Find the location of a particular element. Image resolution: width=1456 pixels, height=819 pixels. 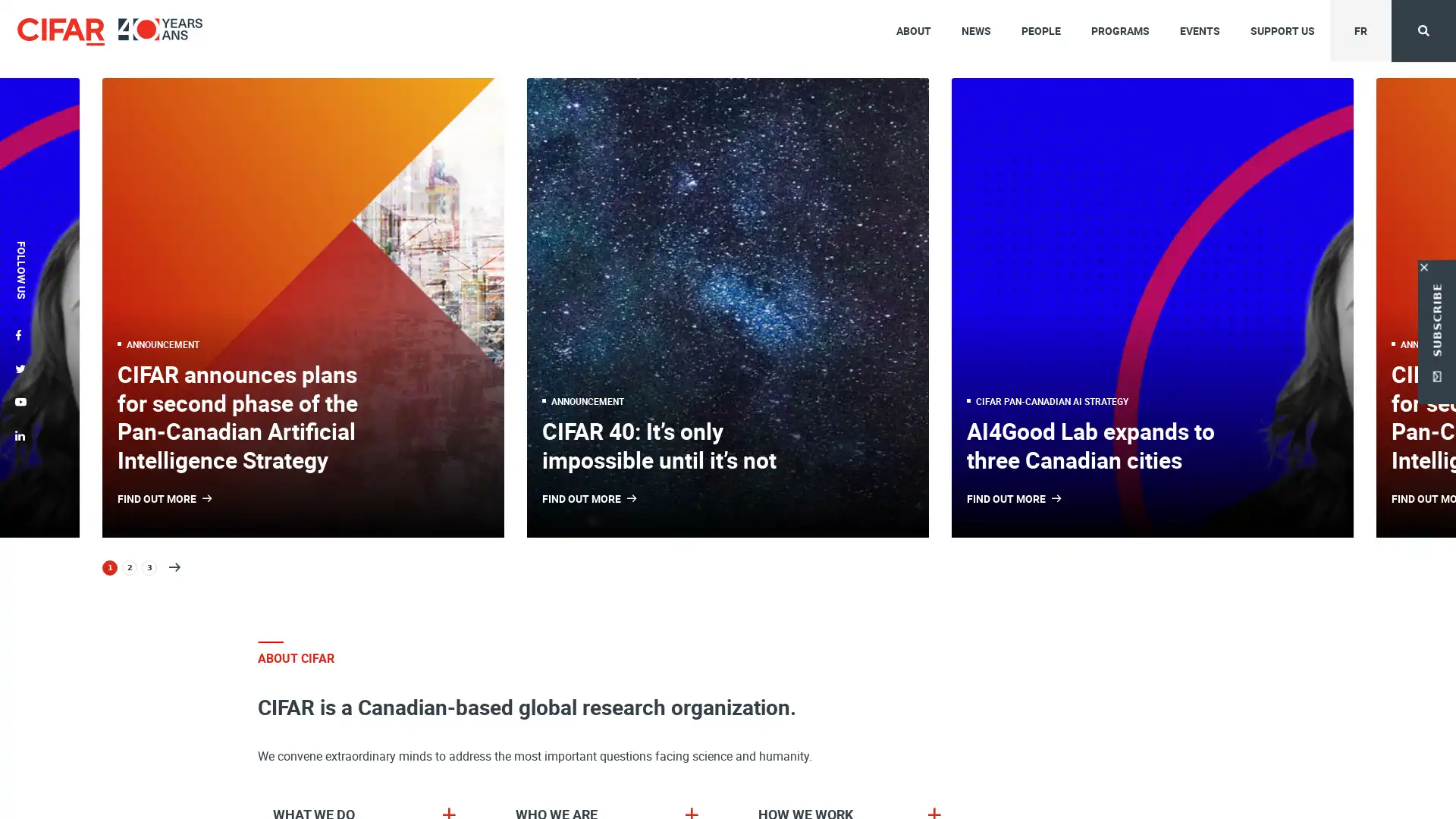

Next is located at coordinates (174, 567).